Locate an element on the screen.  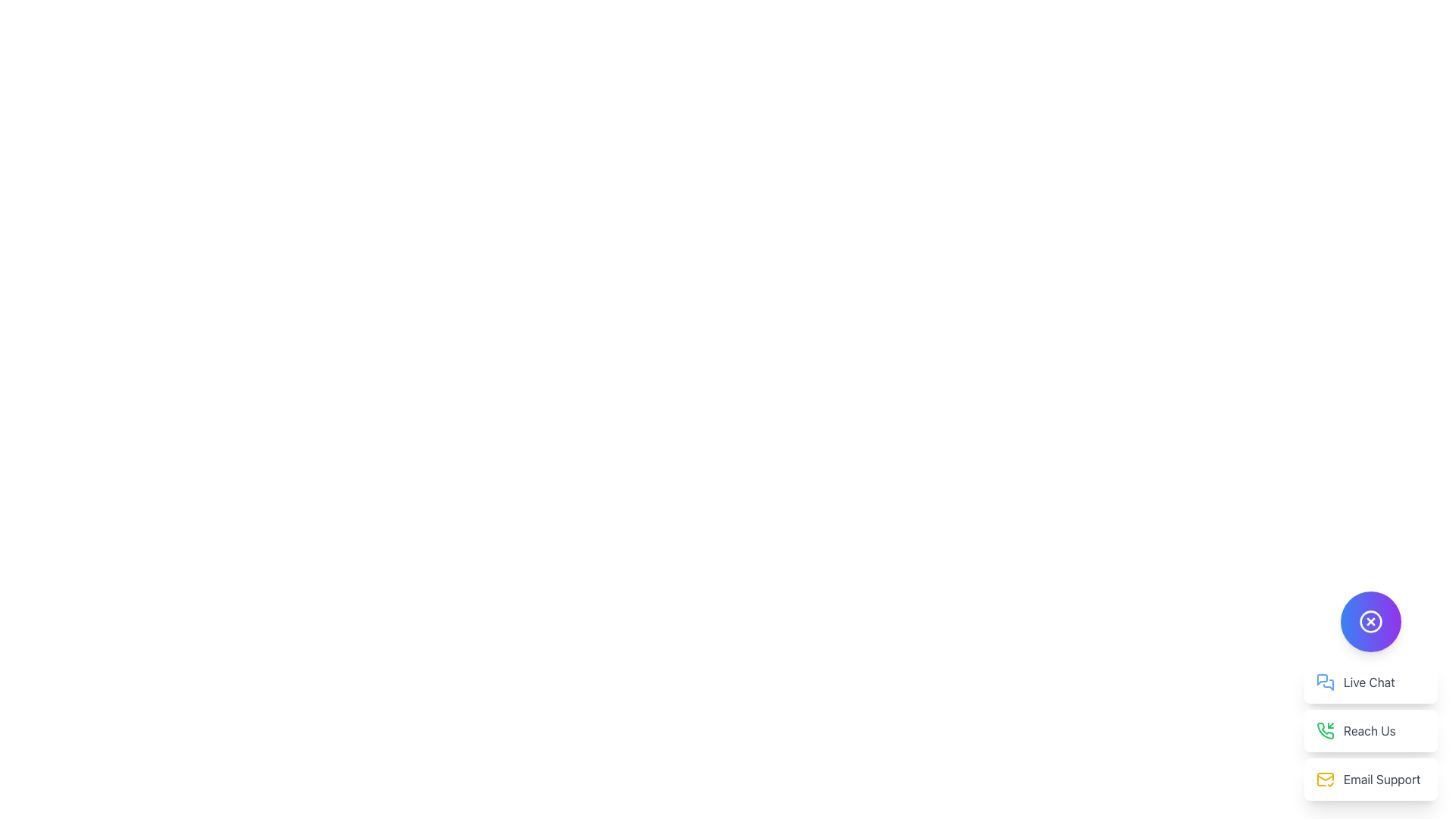
the green phone receiver icon with an arrow, which indicates an incoming call, located at the lower right corner of the interface is located at coordinates (1324, 730).